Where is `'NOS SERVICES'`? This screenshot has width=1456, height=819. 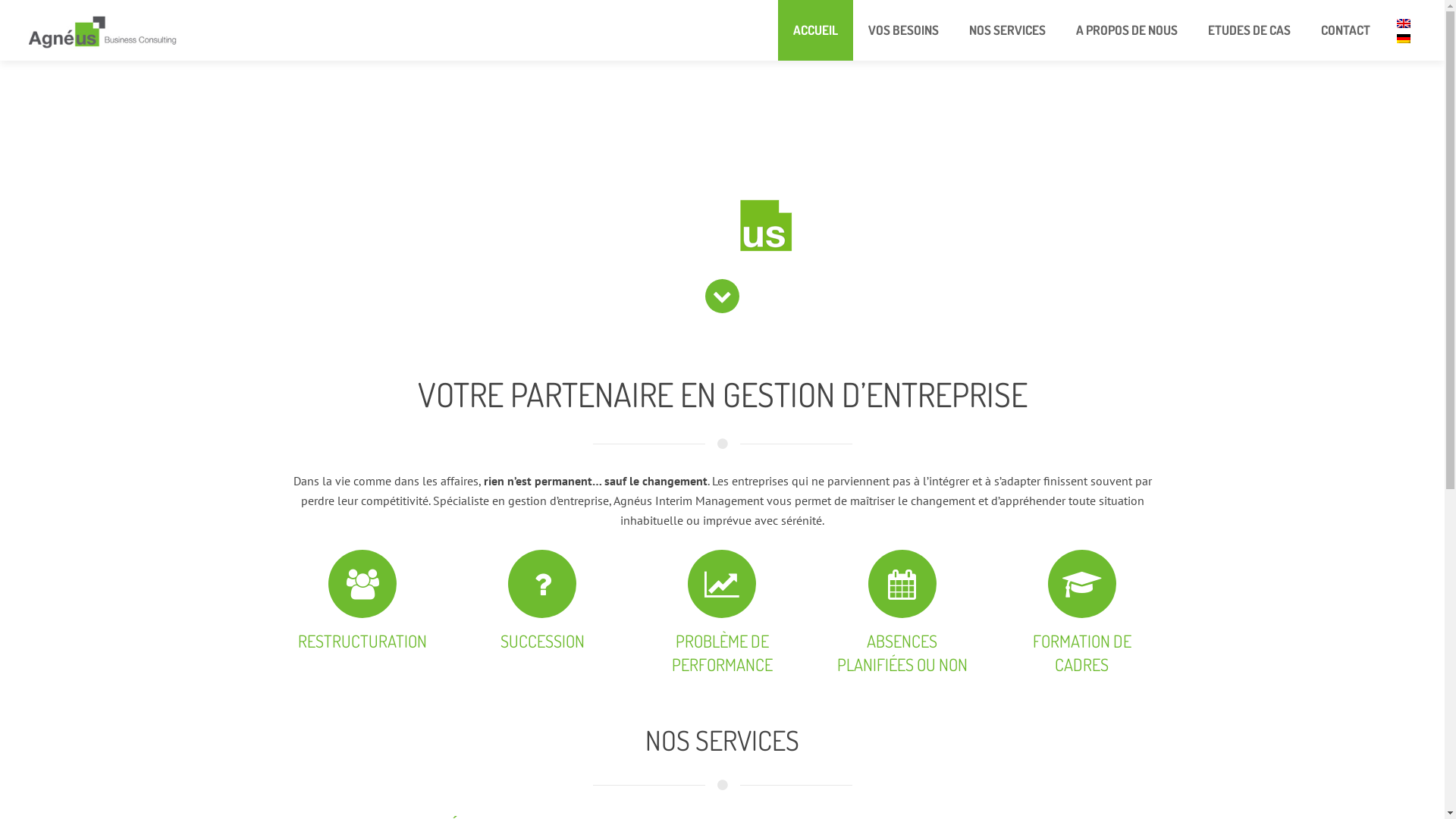
'NOS SERVICES' is located at coordinates (1007, 30).